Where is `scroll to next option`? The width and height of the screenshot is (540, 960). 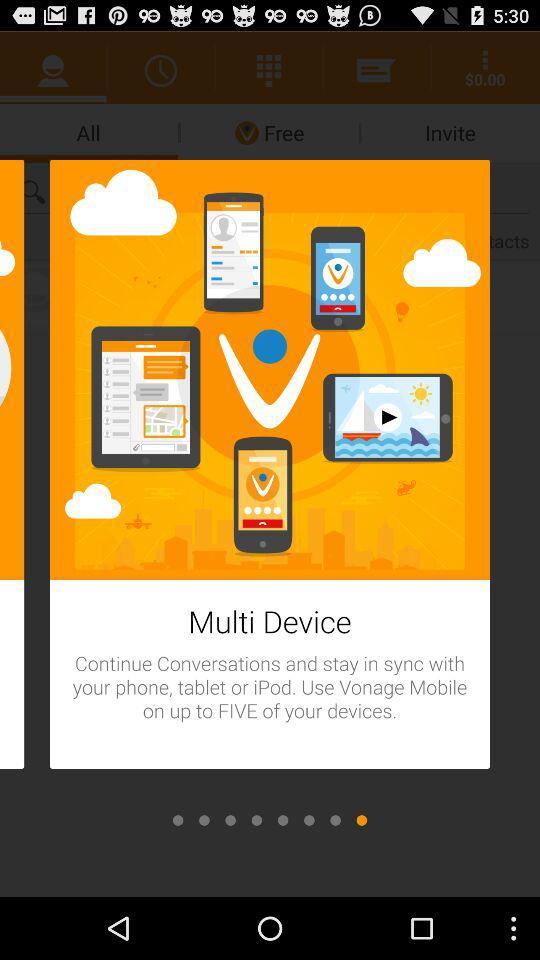
scroll to next option is located at coordinates (178, 820).